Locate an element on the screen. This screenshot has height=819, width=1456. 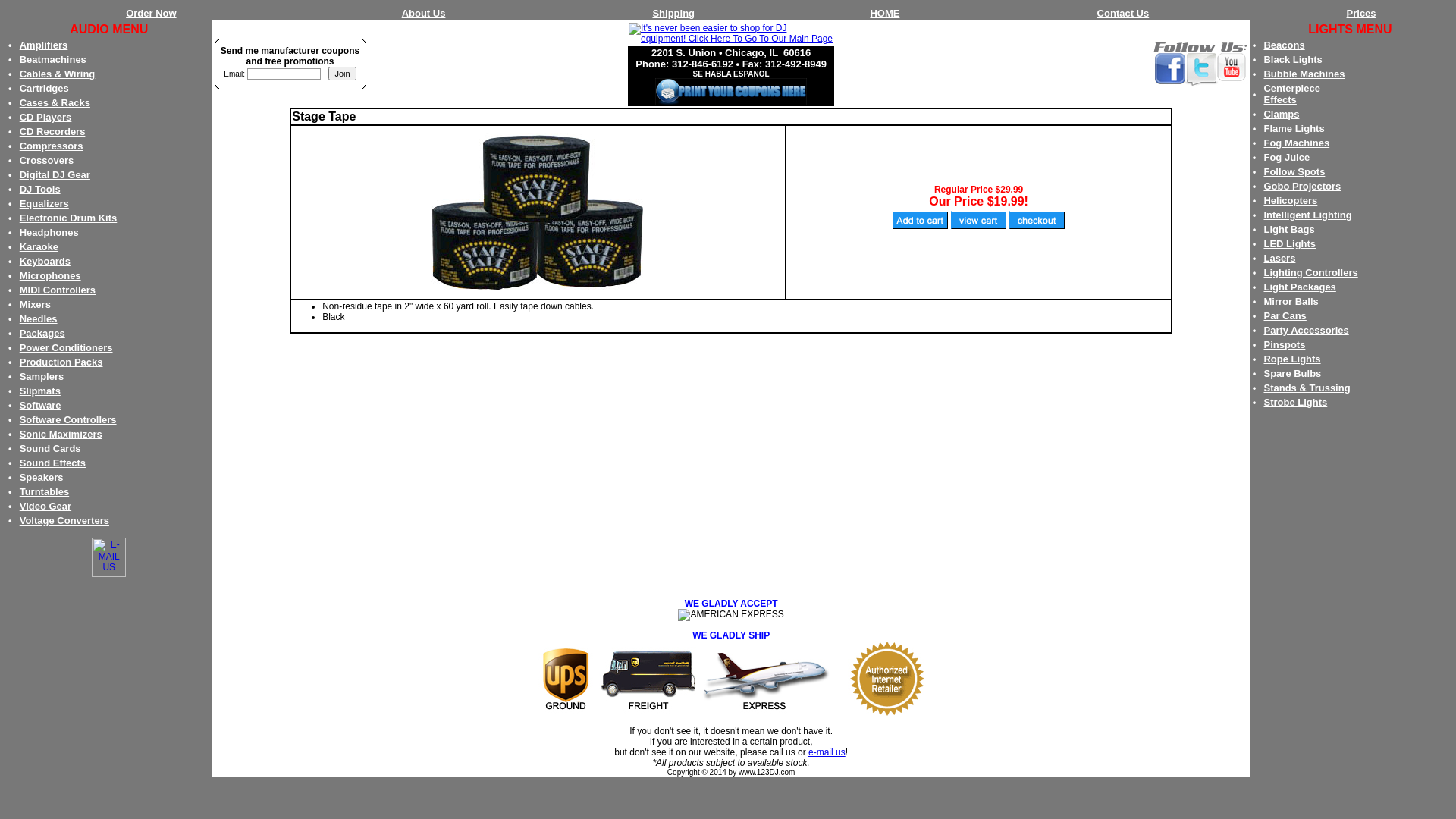
'Voltage Converters' is located at coordinates (64, 519).